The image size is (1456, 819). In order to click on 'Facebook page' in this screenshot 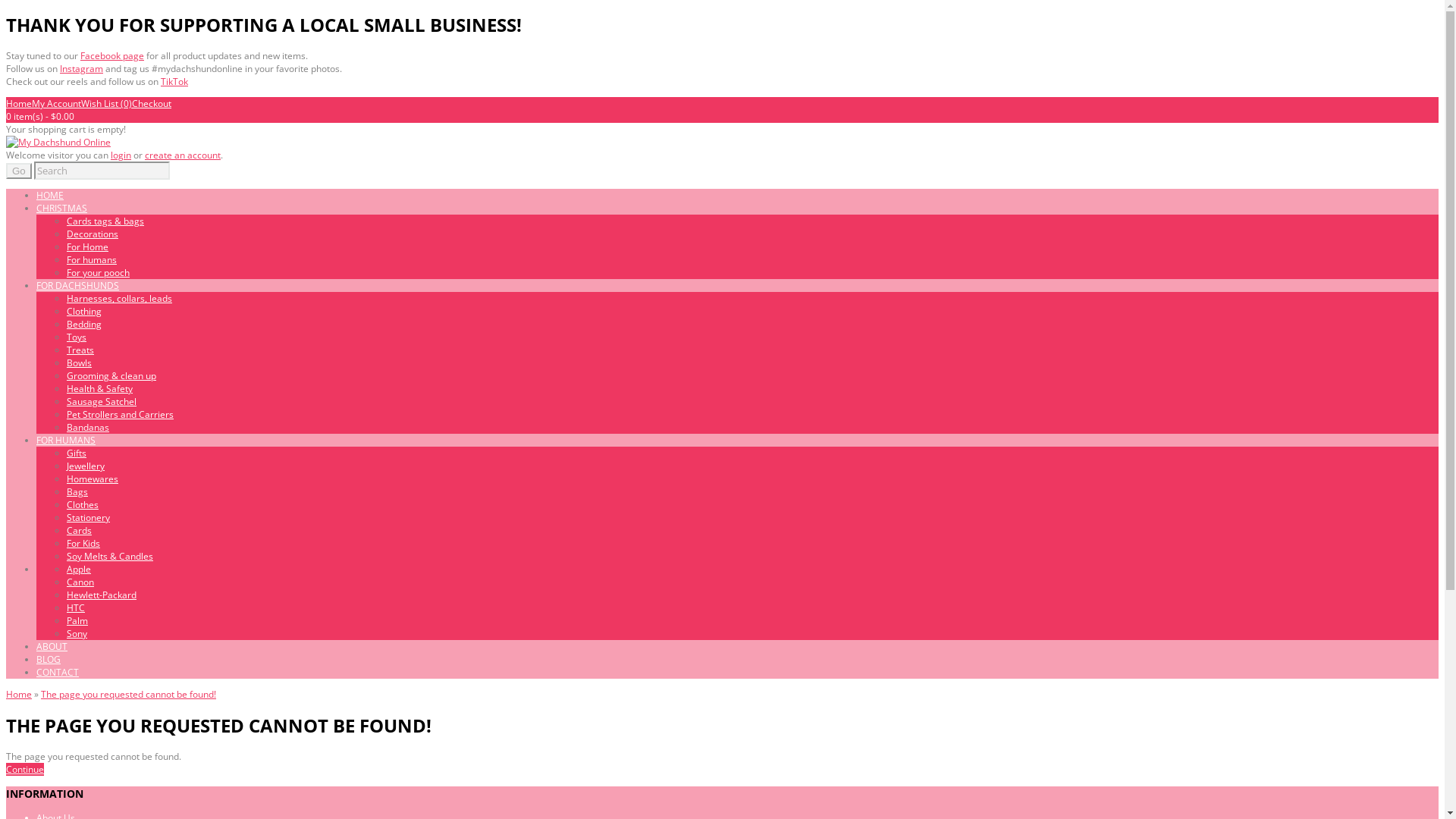, I will do `click(111, 55)`.